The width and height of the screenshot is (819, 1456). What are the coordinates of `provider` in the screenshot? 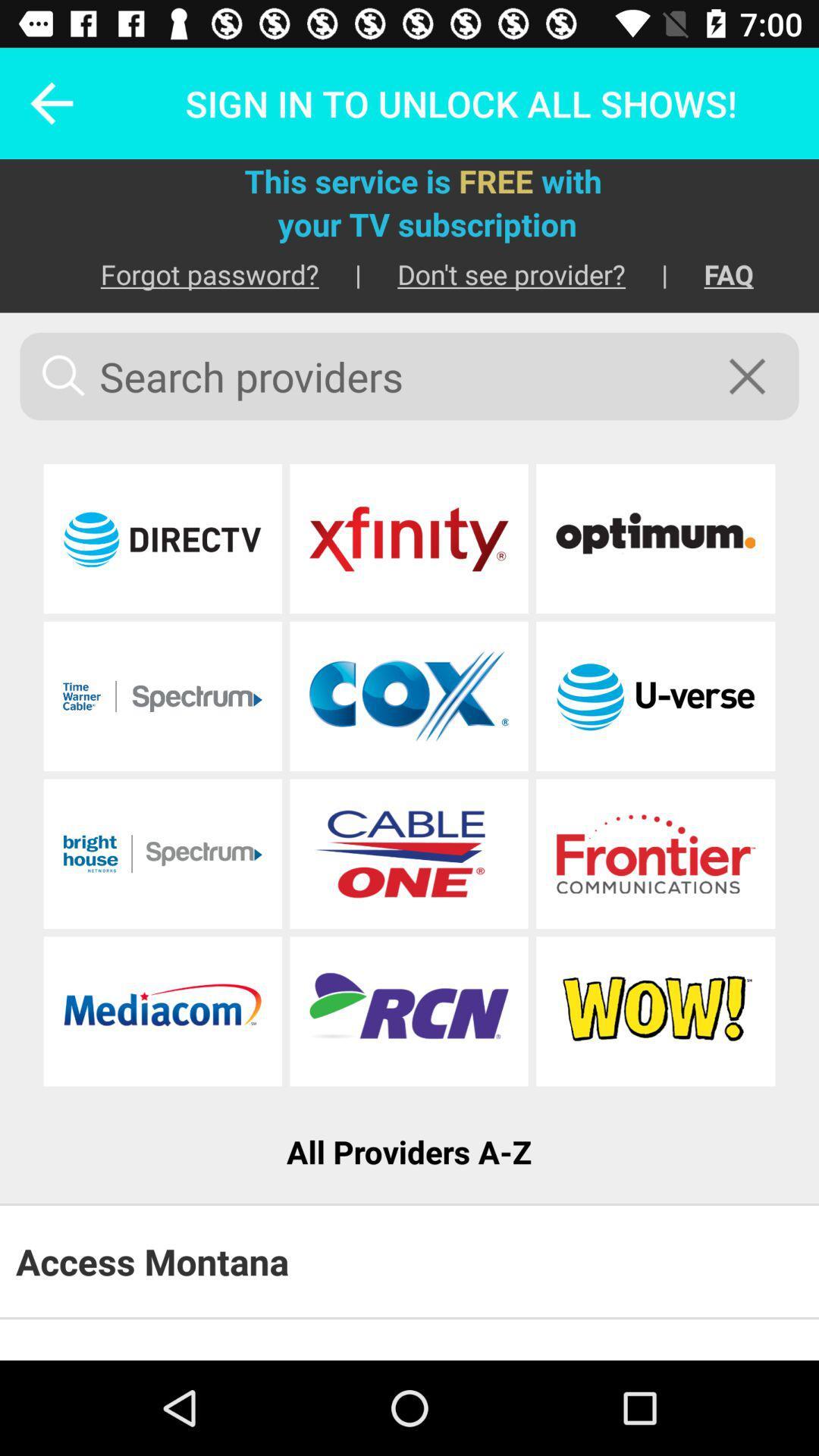 It's located at (654, 854).